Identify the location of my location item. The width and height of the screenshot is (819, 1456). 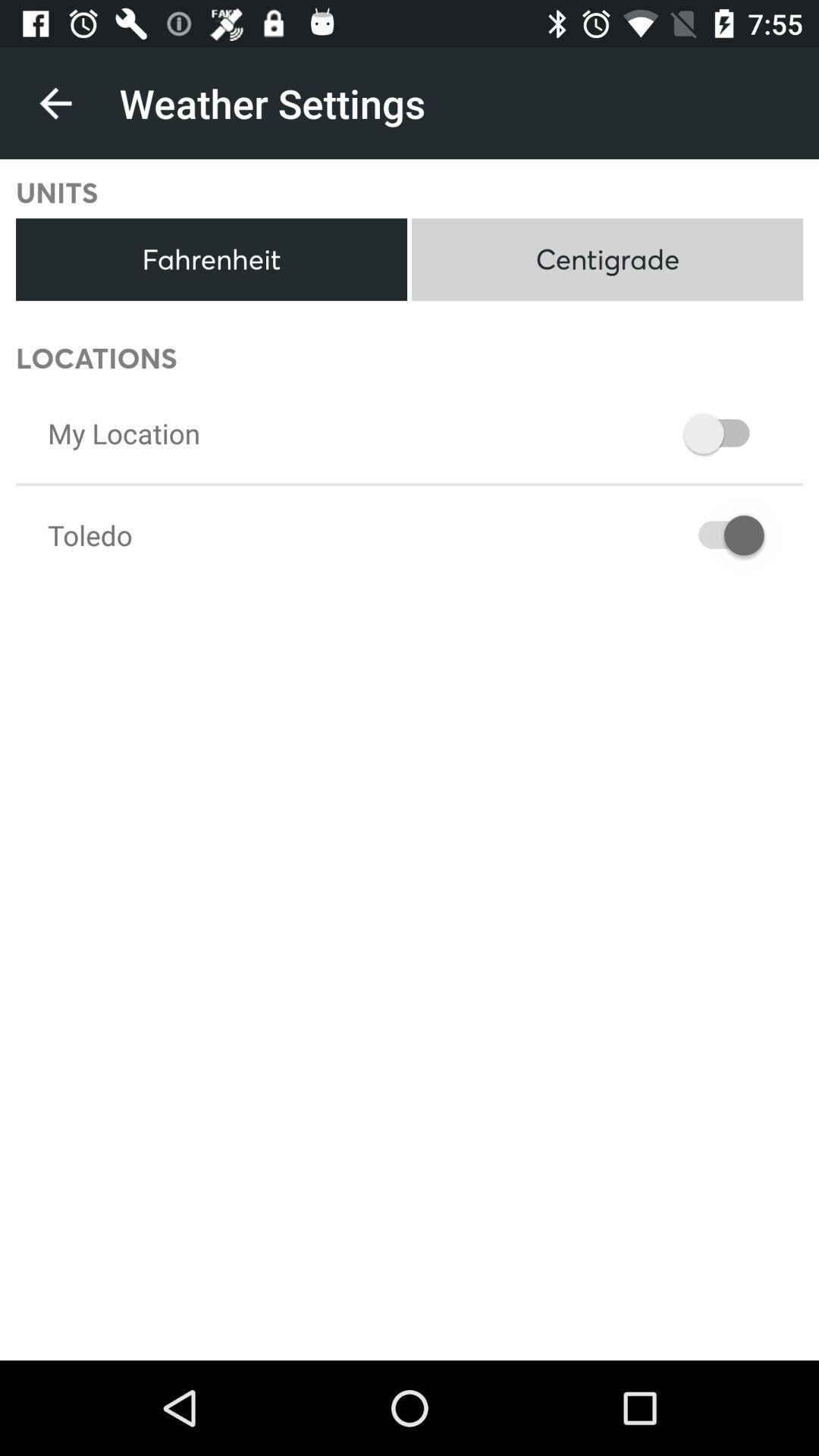
(123, 432).